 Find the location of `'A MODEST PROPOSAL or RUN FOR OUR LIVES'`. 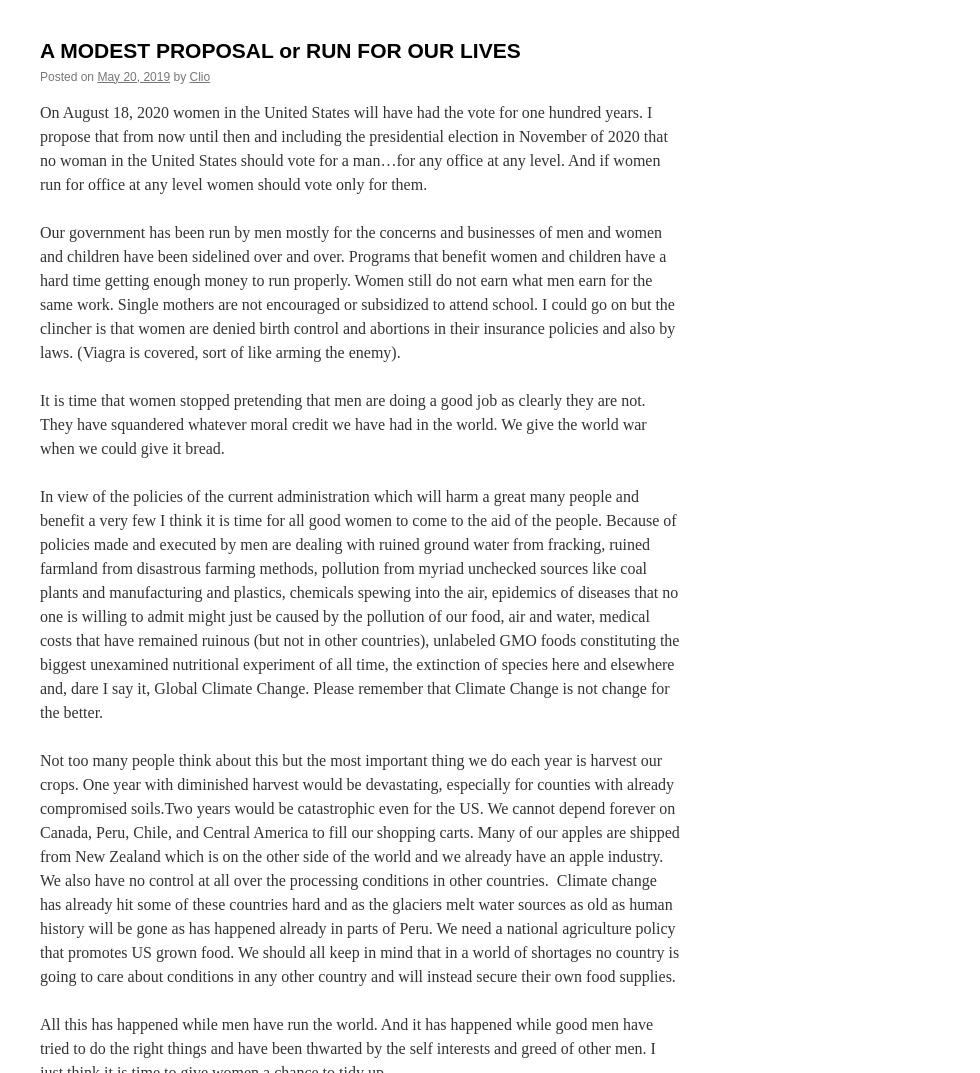

'A MODEST PROPOSAL or RUN FOR OUR LIVES' is located at coordinates (279, 49).